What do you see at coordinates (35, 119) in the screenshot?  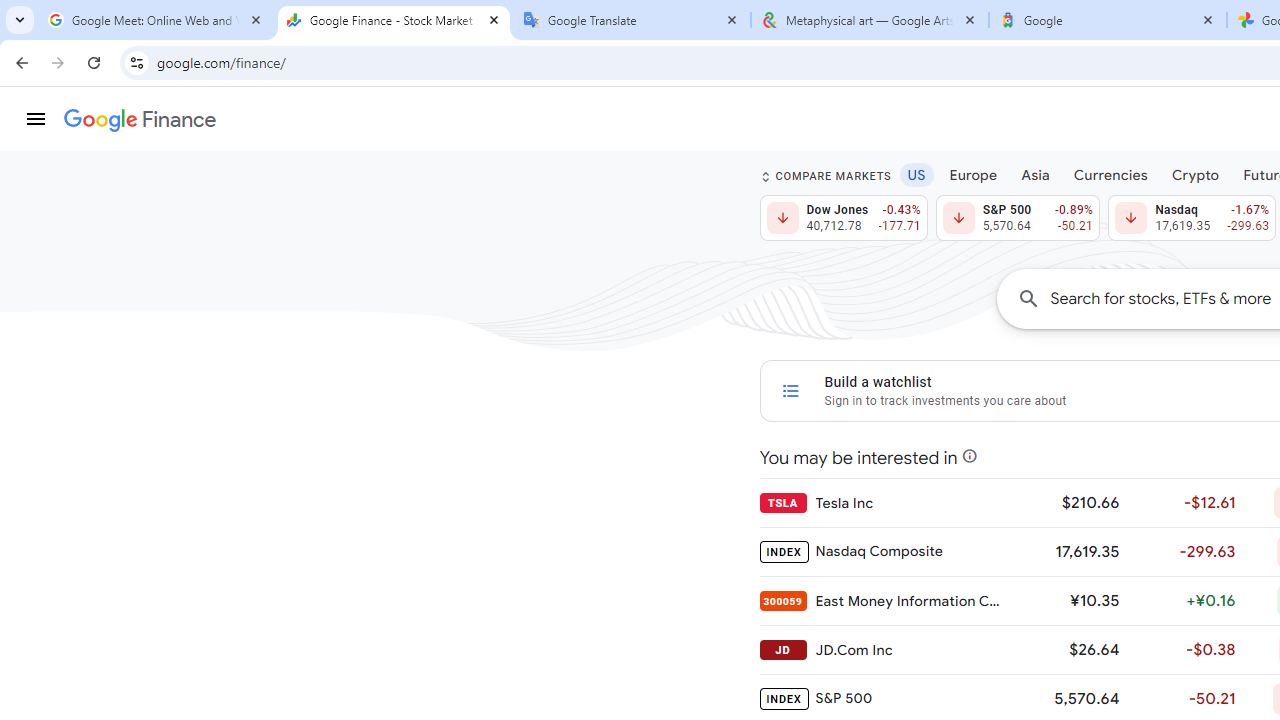 I see `'Main menu'` at bounding box center [35, 119].